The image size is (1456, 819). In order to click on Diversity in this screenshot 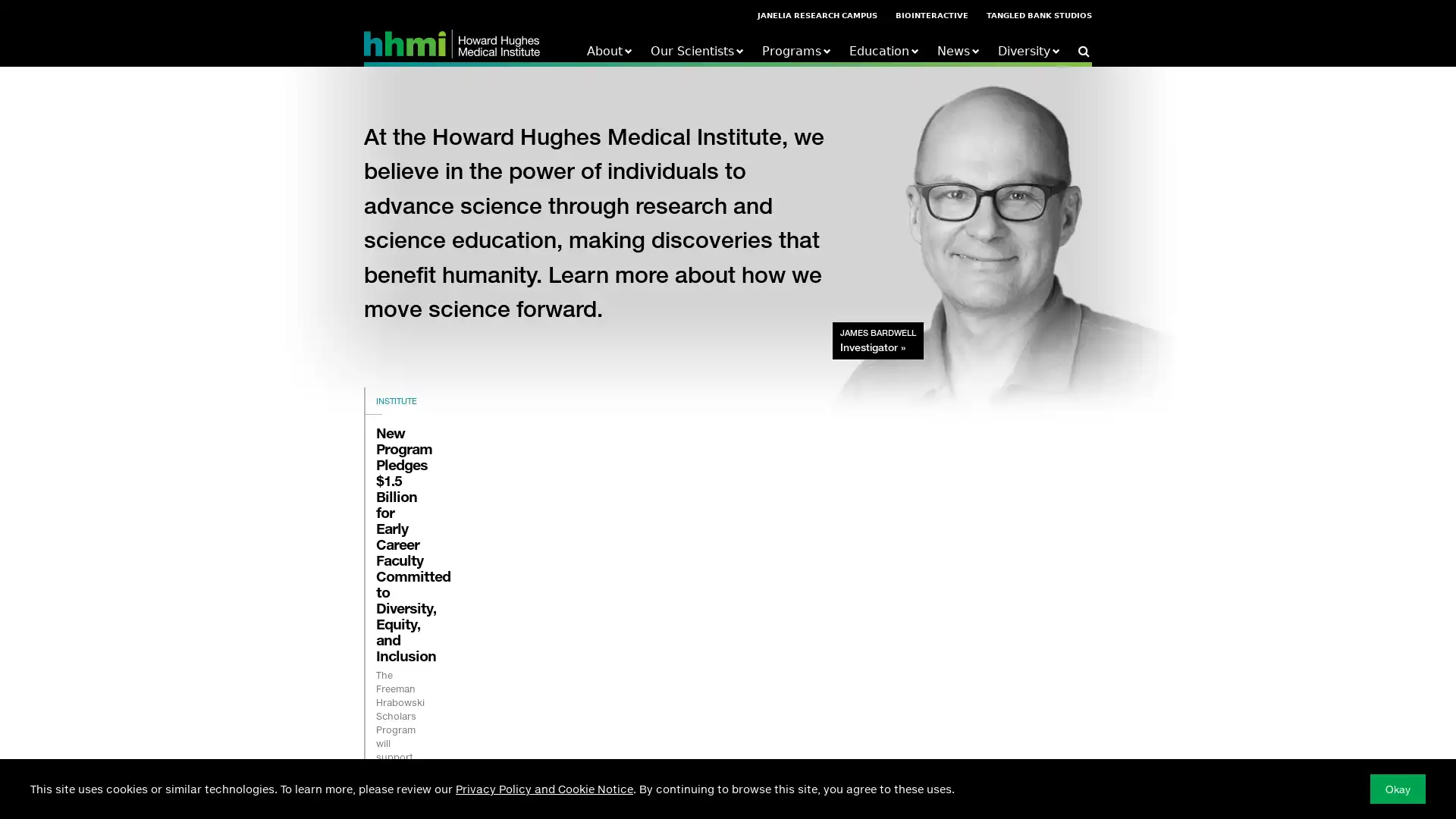, I will do `click(1029, 51)`.